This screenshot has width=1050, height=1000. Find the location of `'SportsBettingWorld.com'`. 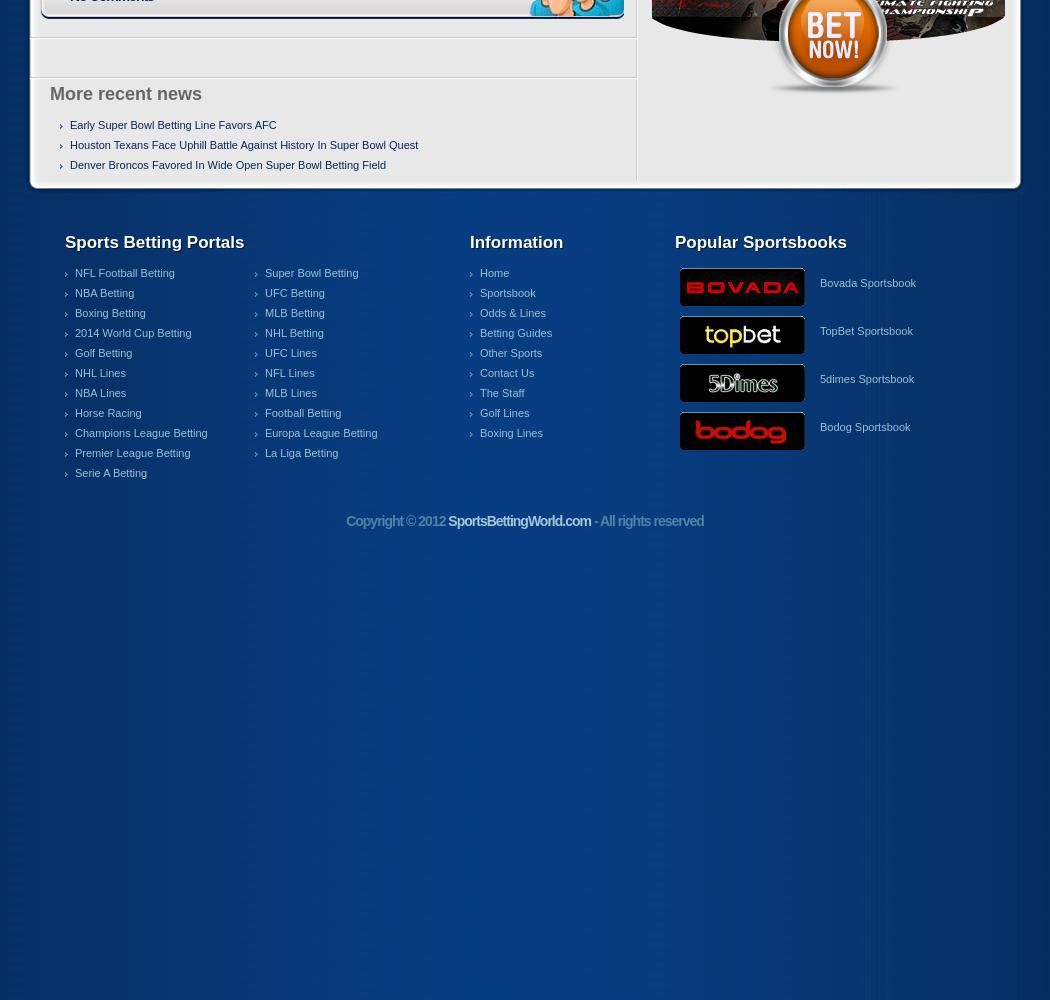

'SportsBettingWorld.com' is located at coordinates (518, 521).